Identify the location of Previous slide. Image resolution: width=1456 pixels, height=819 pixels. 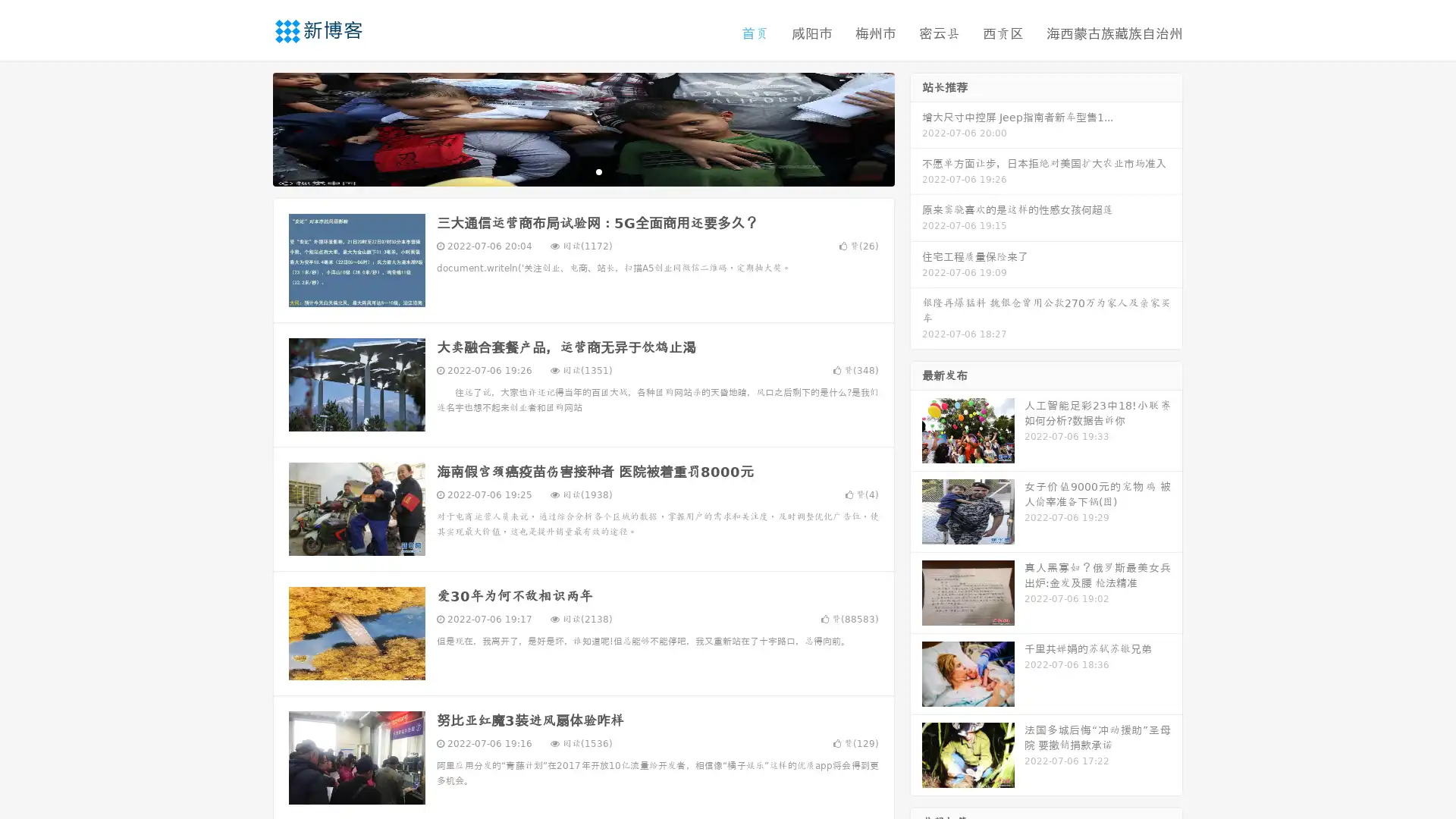
(250, 127).